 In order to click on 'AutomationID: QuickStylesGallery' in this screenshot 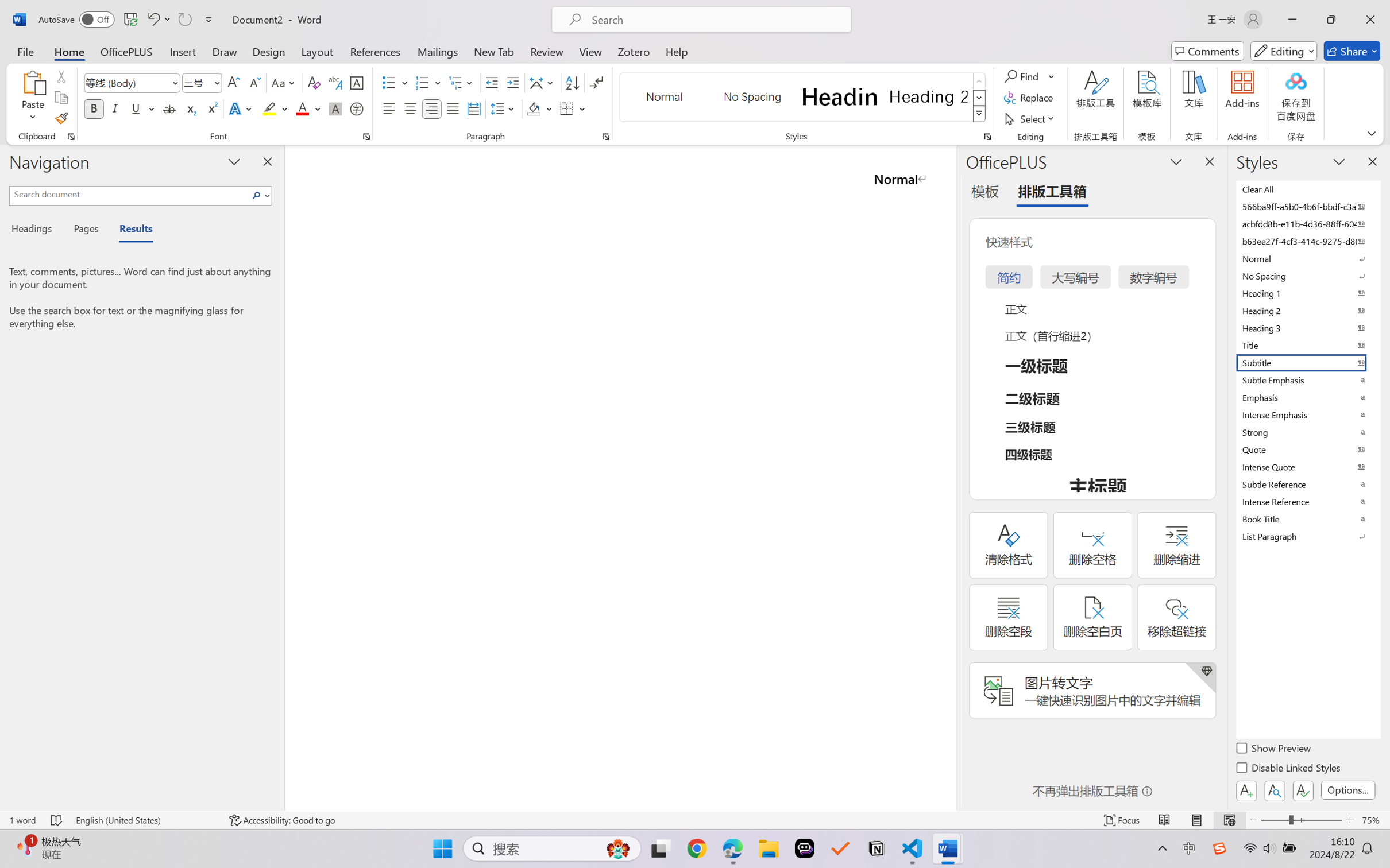, I will do `click(802, 98)`.